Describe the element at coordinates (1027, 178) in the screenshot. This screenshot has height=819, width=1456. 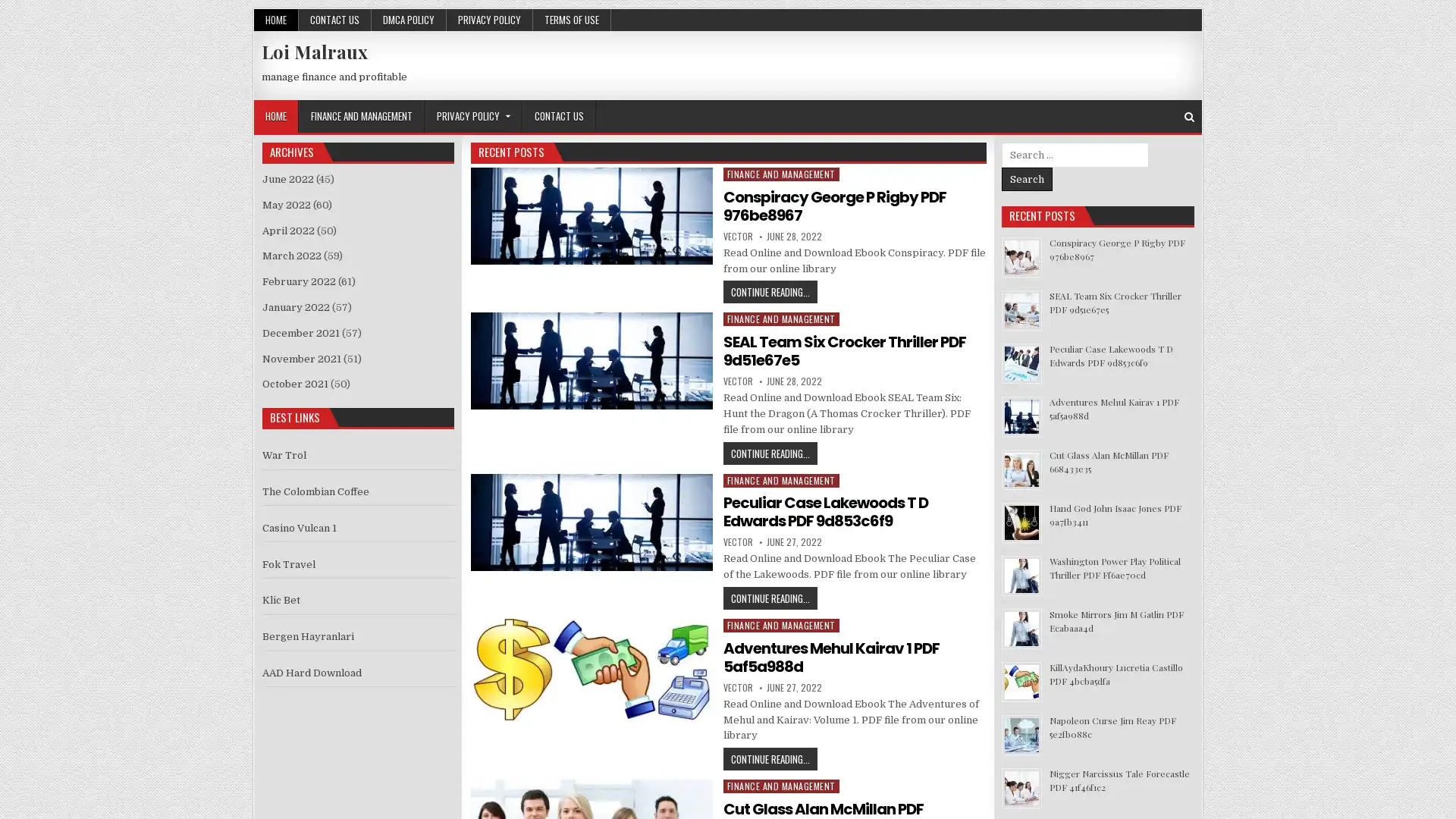
I see `Search` at that location.